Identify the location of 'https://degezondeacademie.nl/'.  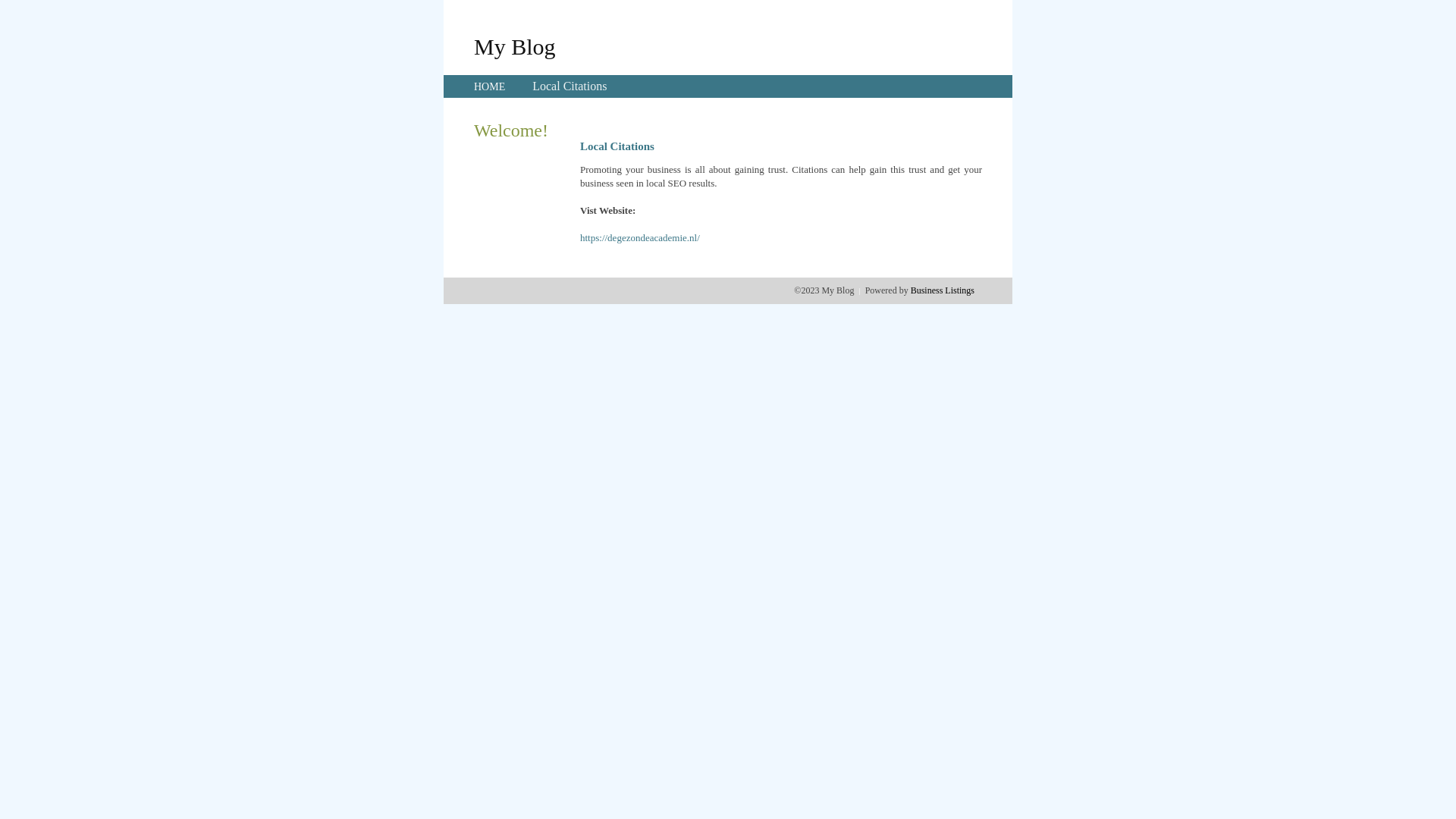
(640, 237).